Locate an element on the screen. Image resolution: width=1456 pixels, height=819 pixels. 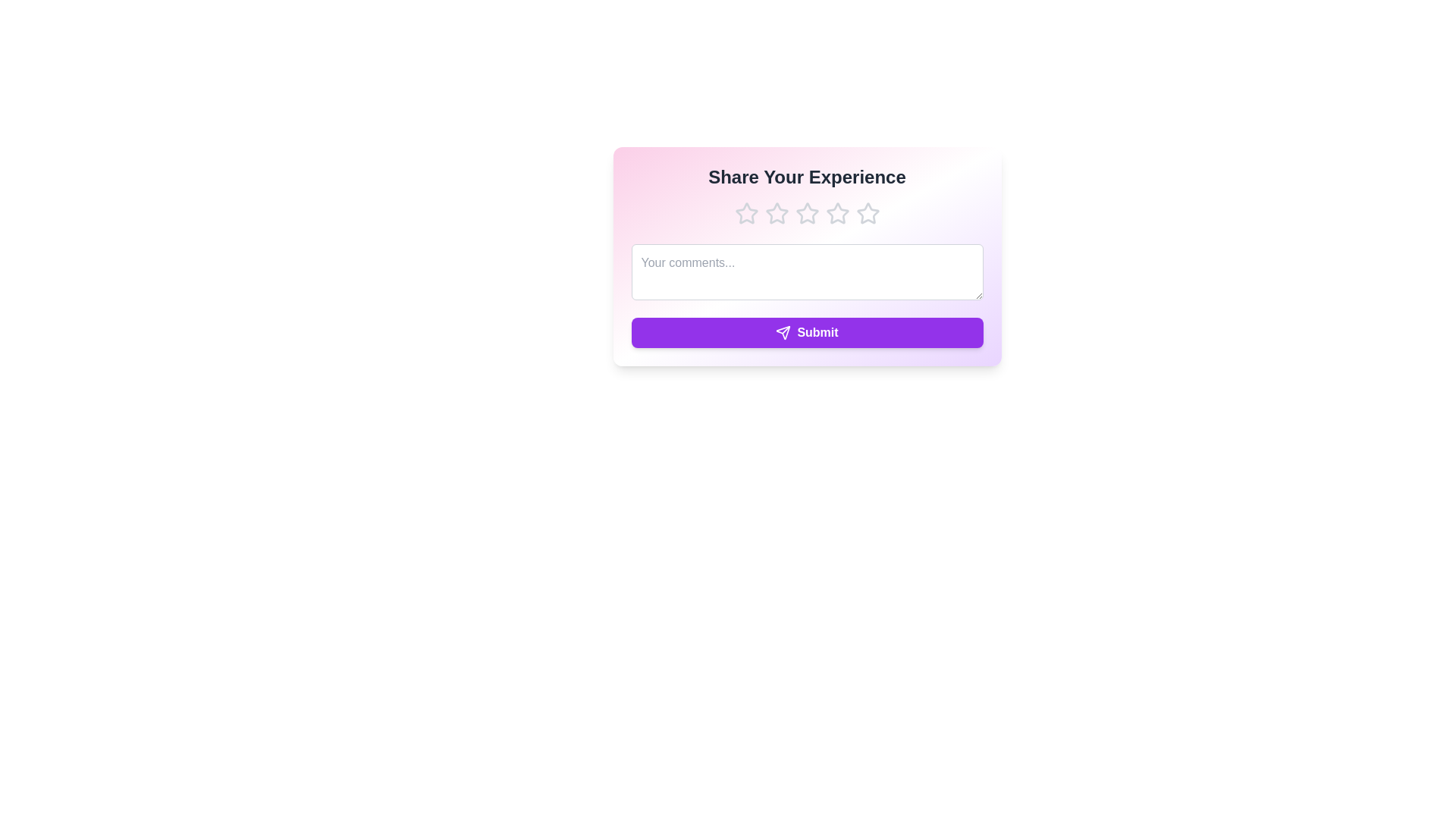
the third star in the rating widget located under the 'Share Your Experience' heading is located at coordinates (806, 213).